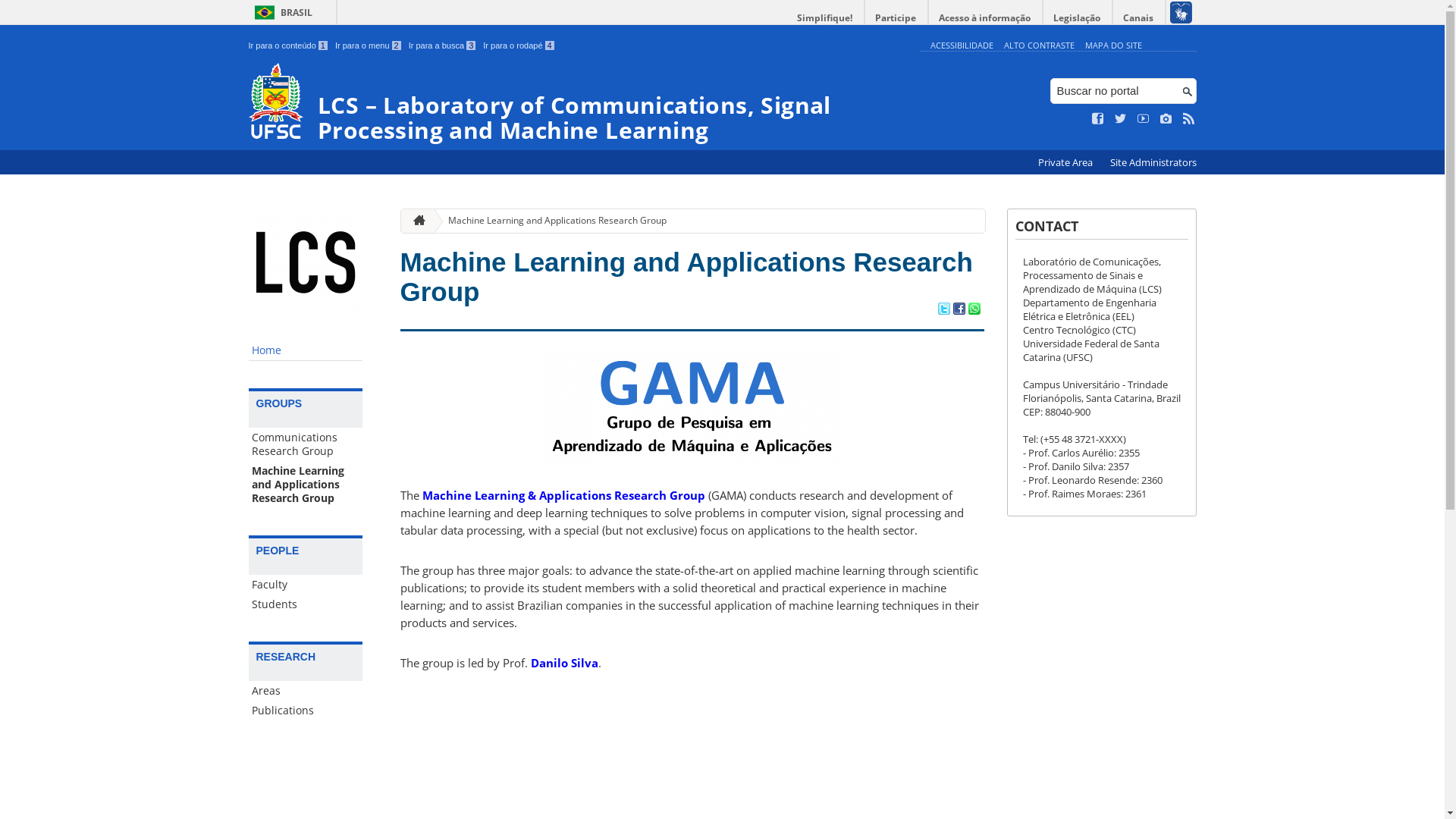  I want to click on 'Ir para o menu 2', so click(368, 45).